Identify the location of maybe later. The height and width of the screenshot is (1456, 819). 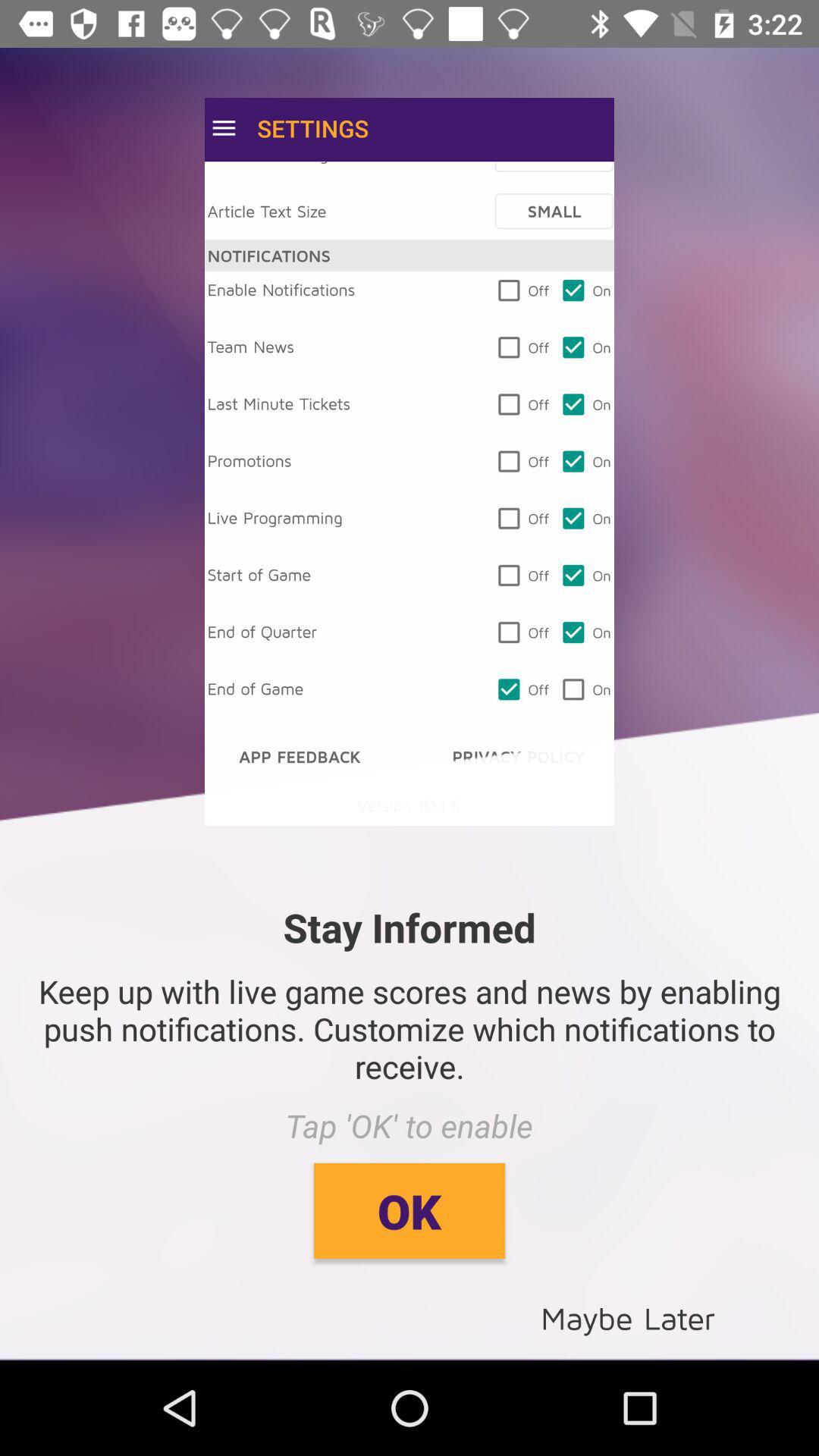
(628, 1316).